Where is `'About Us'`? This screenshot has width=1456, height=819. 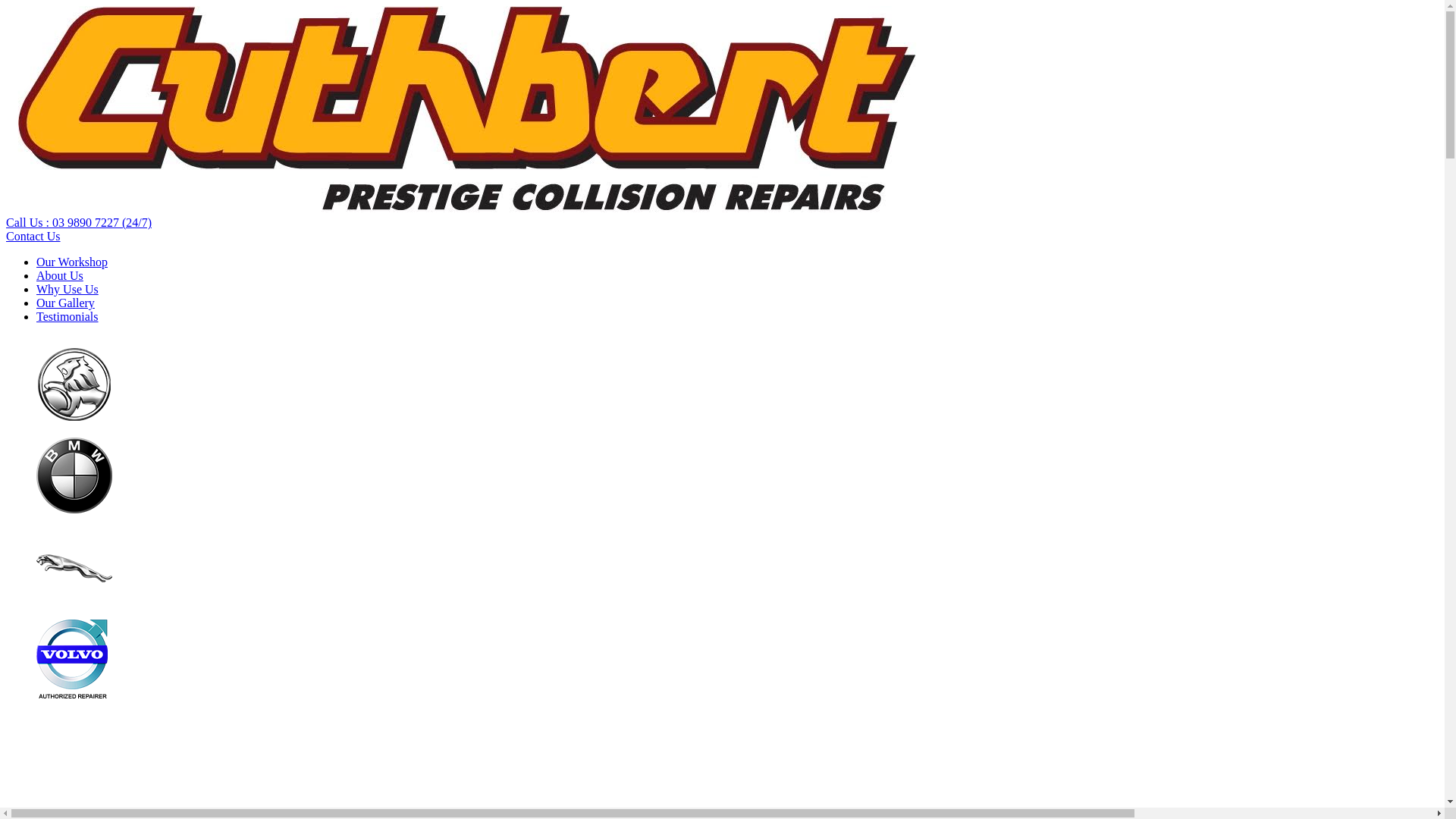 'About Us' is located at coordinates (59, 275).